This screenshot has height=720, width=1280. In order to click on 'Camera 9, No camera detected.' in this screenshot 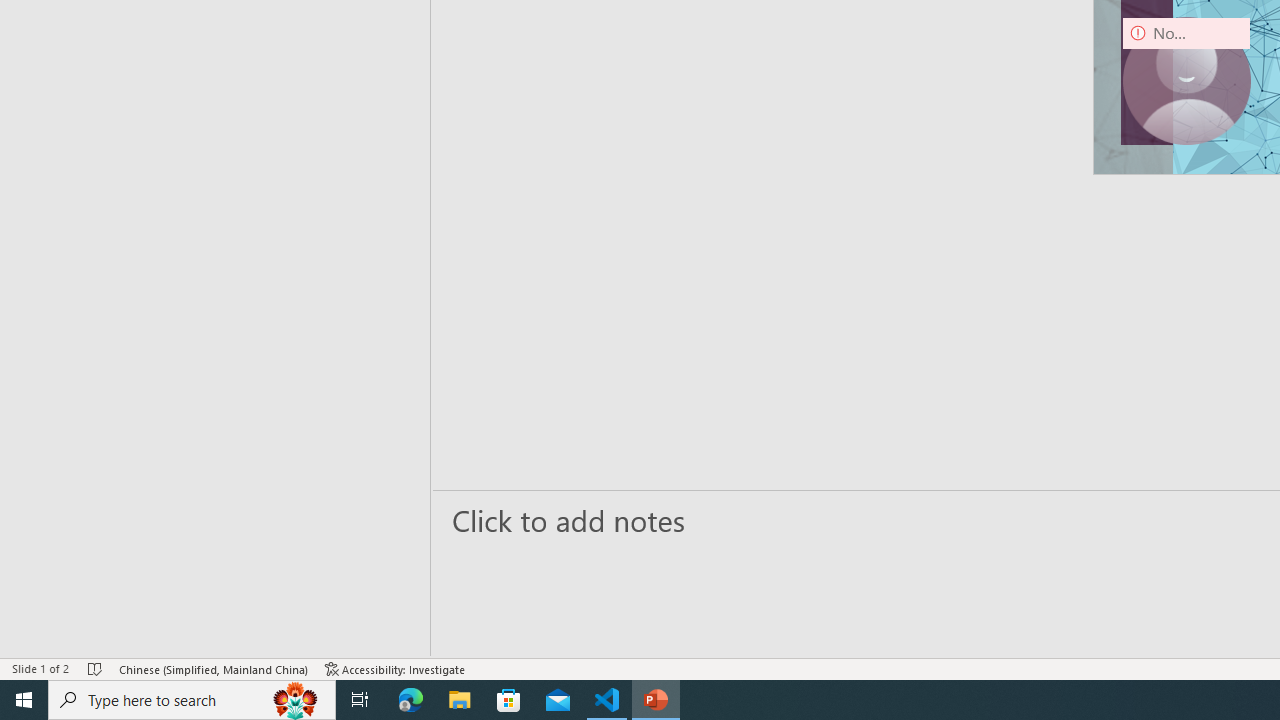, I will do `click(1186, 80)`.